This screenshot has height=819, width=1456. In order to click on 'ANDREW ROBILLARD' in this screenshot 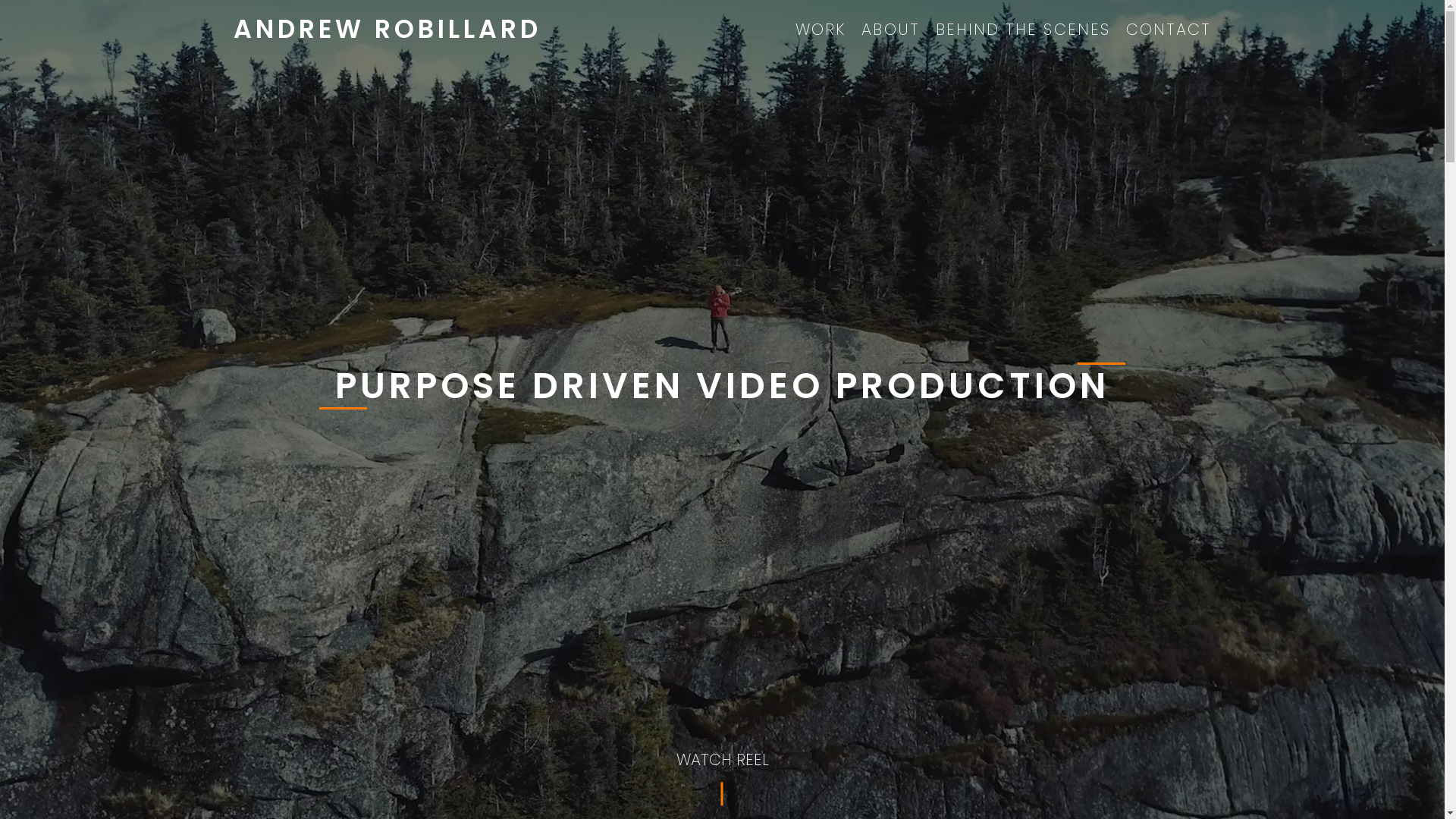, I will do `click(387, 29)`.